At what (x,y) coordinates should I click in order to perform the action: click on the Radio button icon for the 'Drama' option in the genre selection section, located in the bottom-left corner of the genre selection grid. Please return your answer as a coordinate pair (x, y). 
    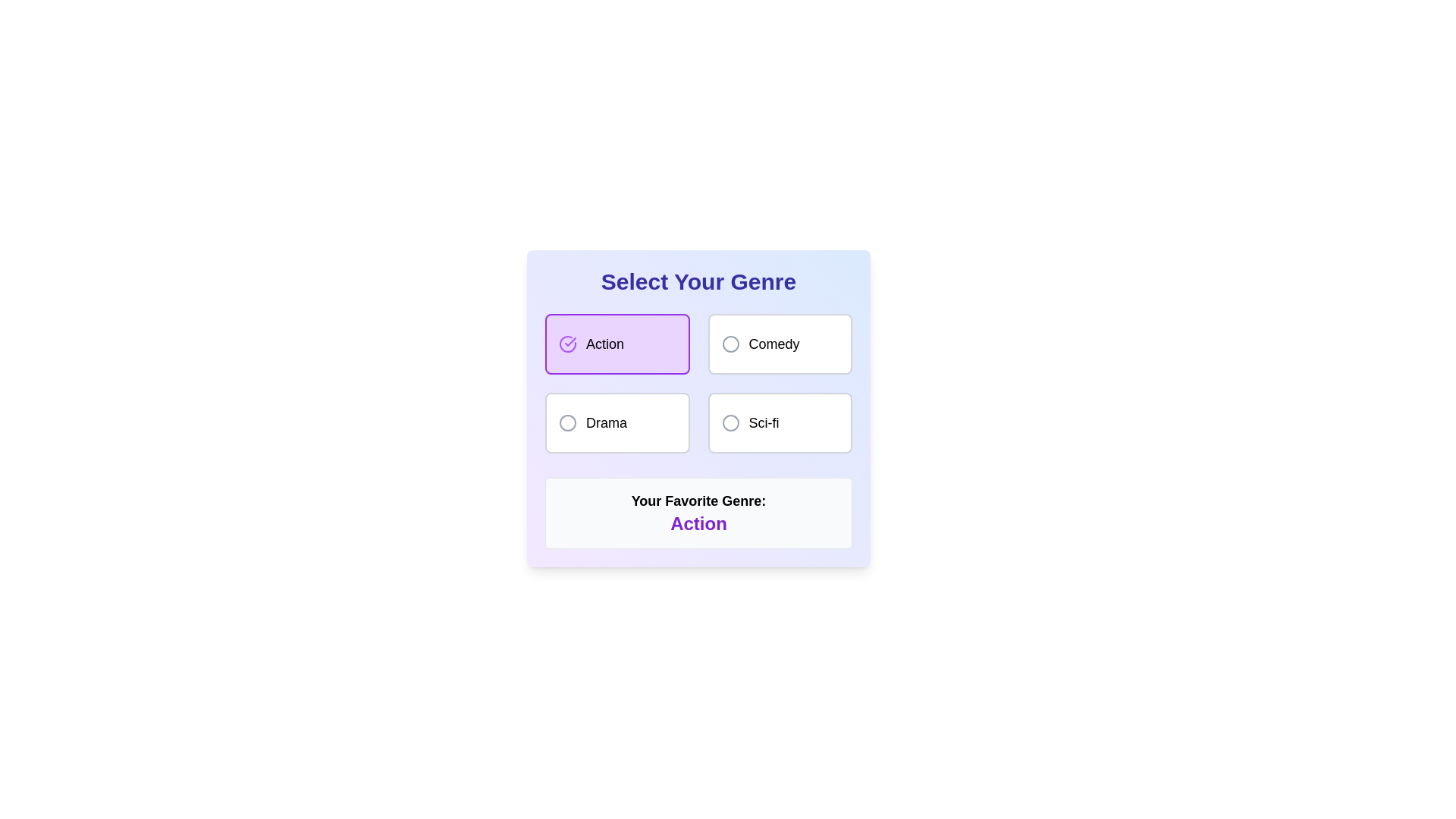
    Looking at the image, I should click on (566, 423).